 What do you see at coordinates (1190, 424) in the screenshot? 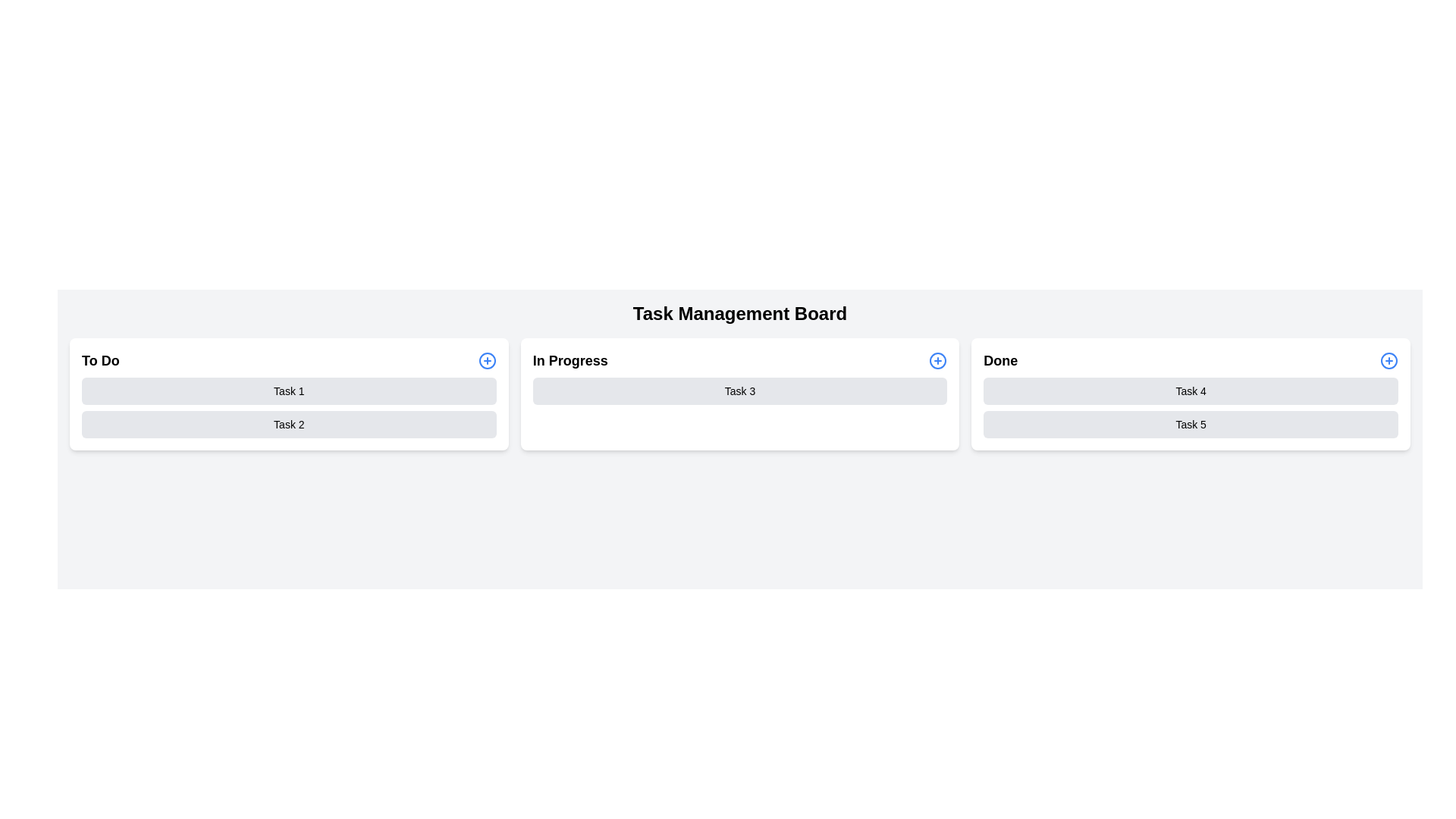
I see `the 'Task 5' element, which is a rectangular box with rounded corners in the 'Done' column of the task management interface` at bounding box center [1190, 424].